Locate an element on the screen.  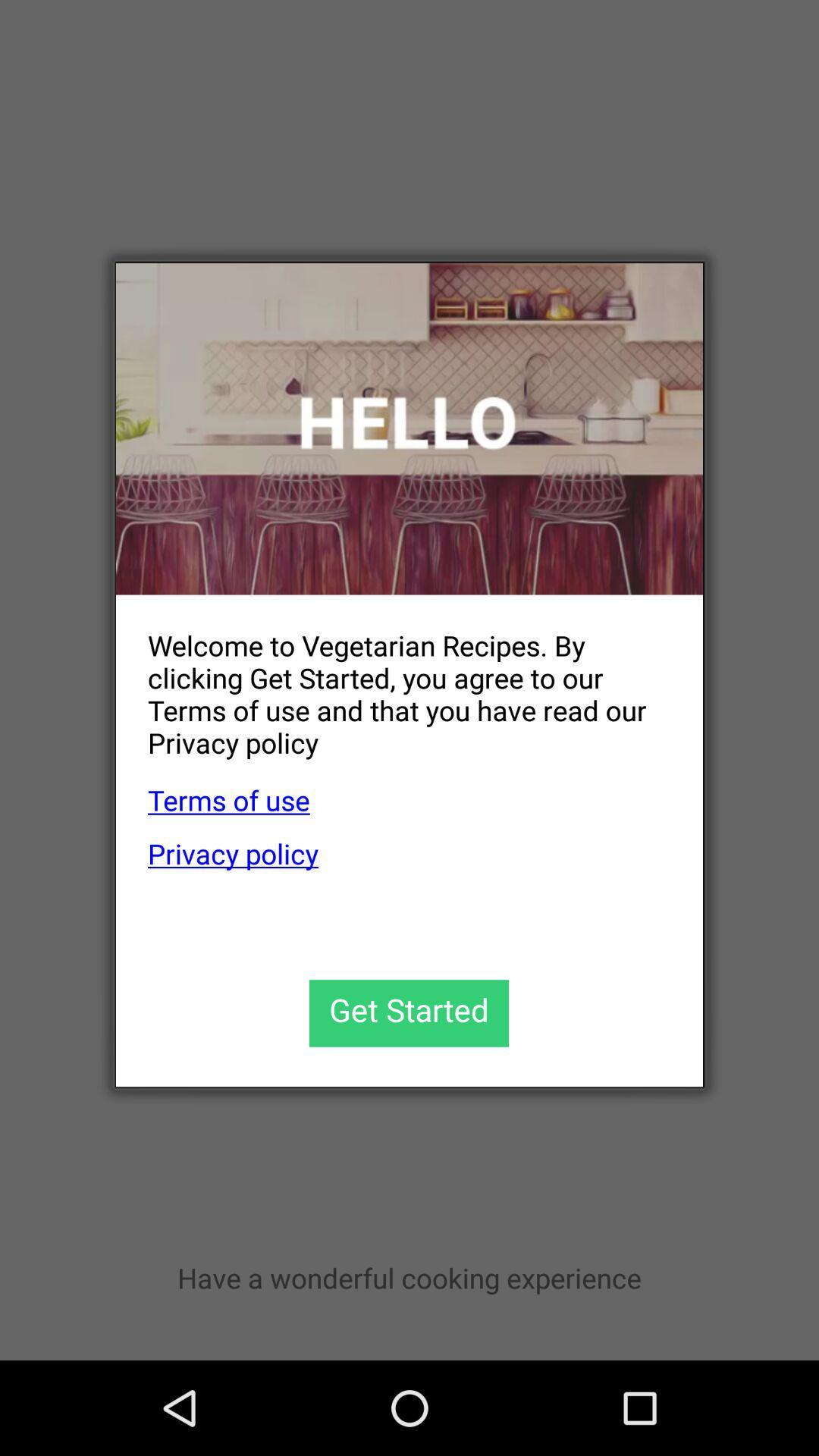
welcome to vegetarian icon is located at coordinates (393, 681).